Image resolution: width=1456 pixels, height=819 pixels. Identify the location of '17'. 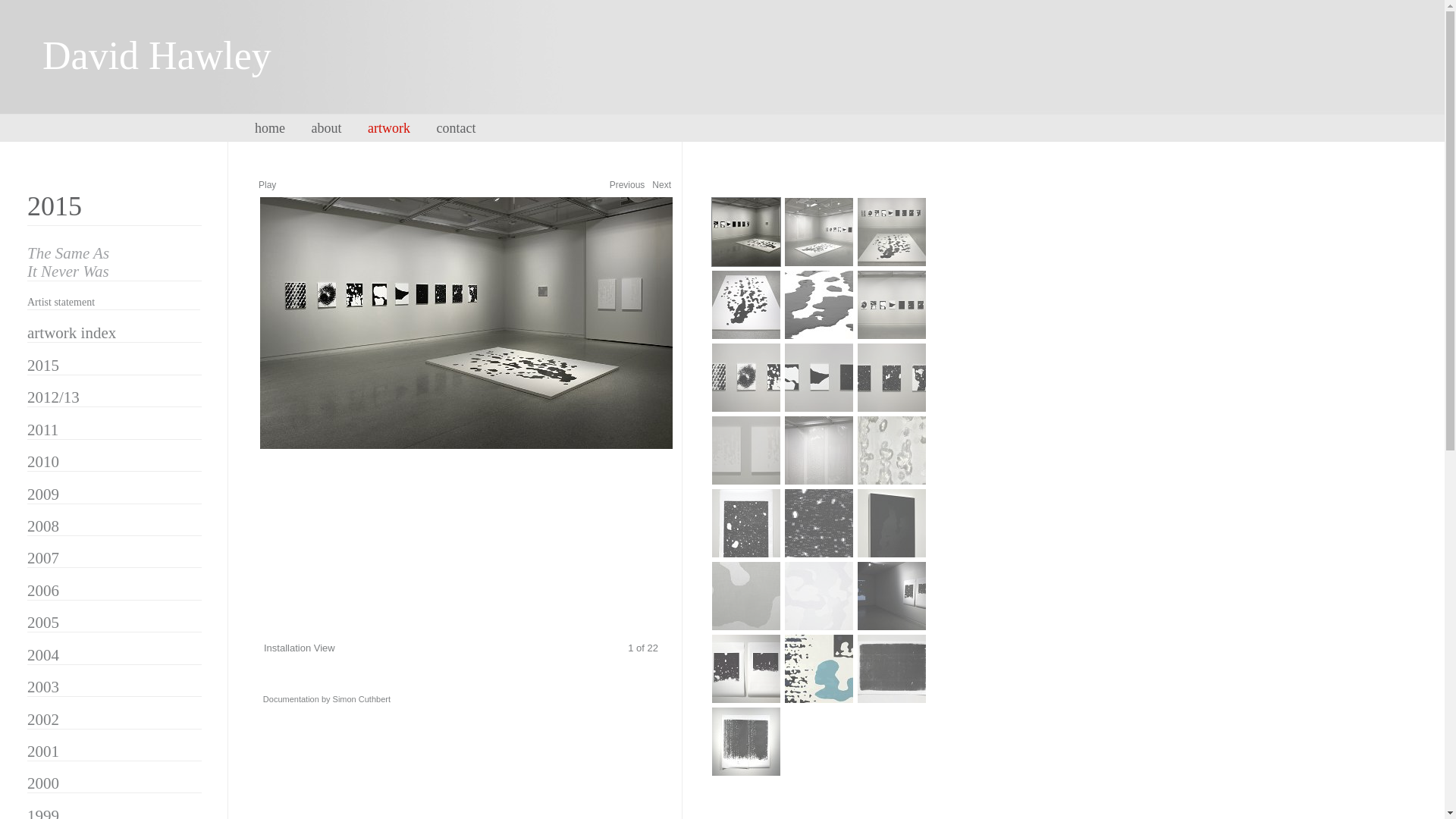
(818, 595).